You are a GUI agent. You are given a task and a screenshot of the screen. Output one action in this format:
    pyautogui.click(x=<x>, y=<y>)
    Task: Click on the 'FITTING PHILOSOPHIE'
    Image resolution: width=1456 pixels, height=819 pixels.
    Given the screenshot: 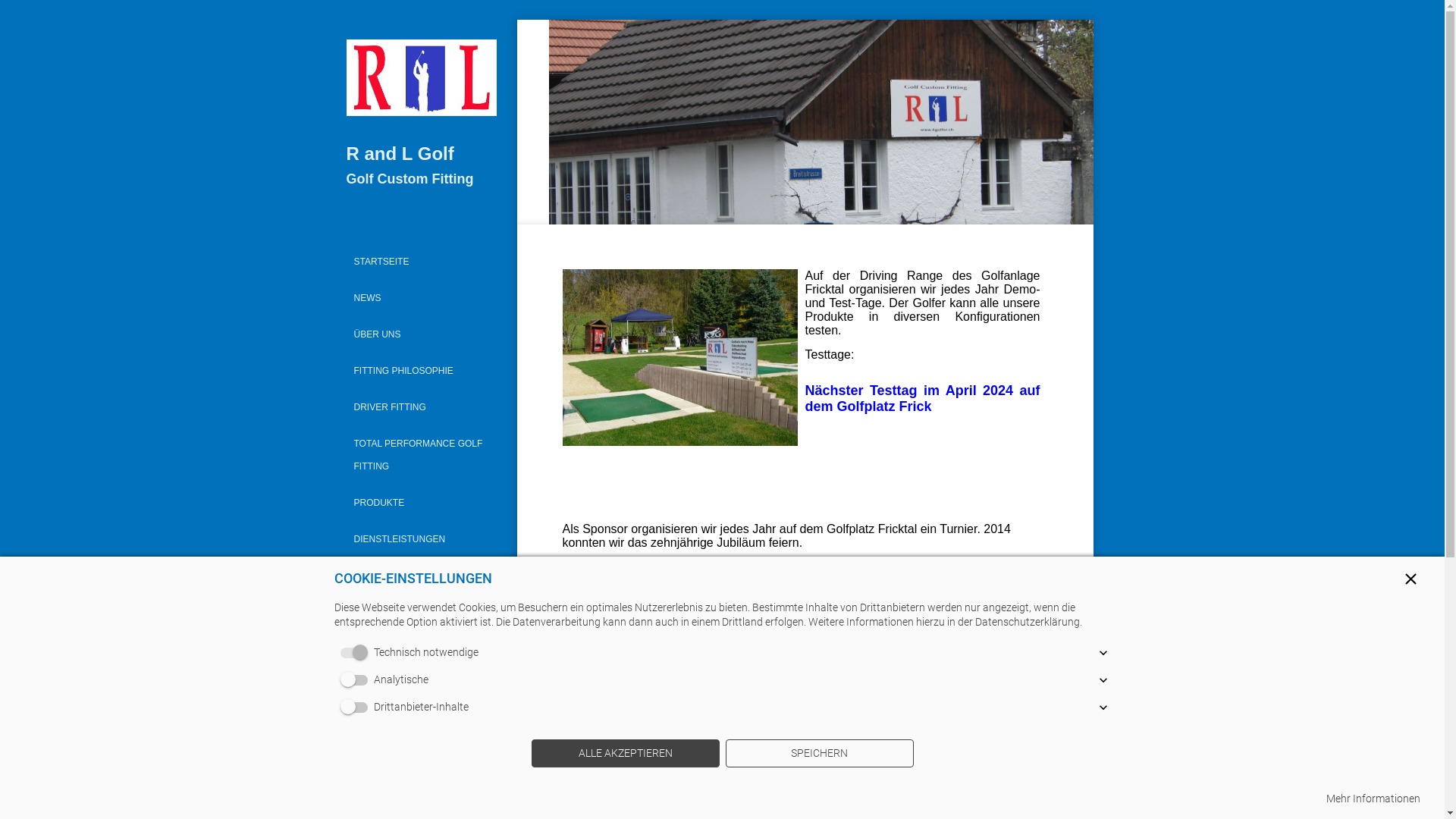 What is the action you would take?
    pyautogui.click(x=422, y=371)
    